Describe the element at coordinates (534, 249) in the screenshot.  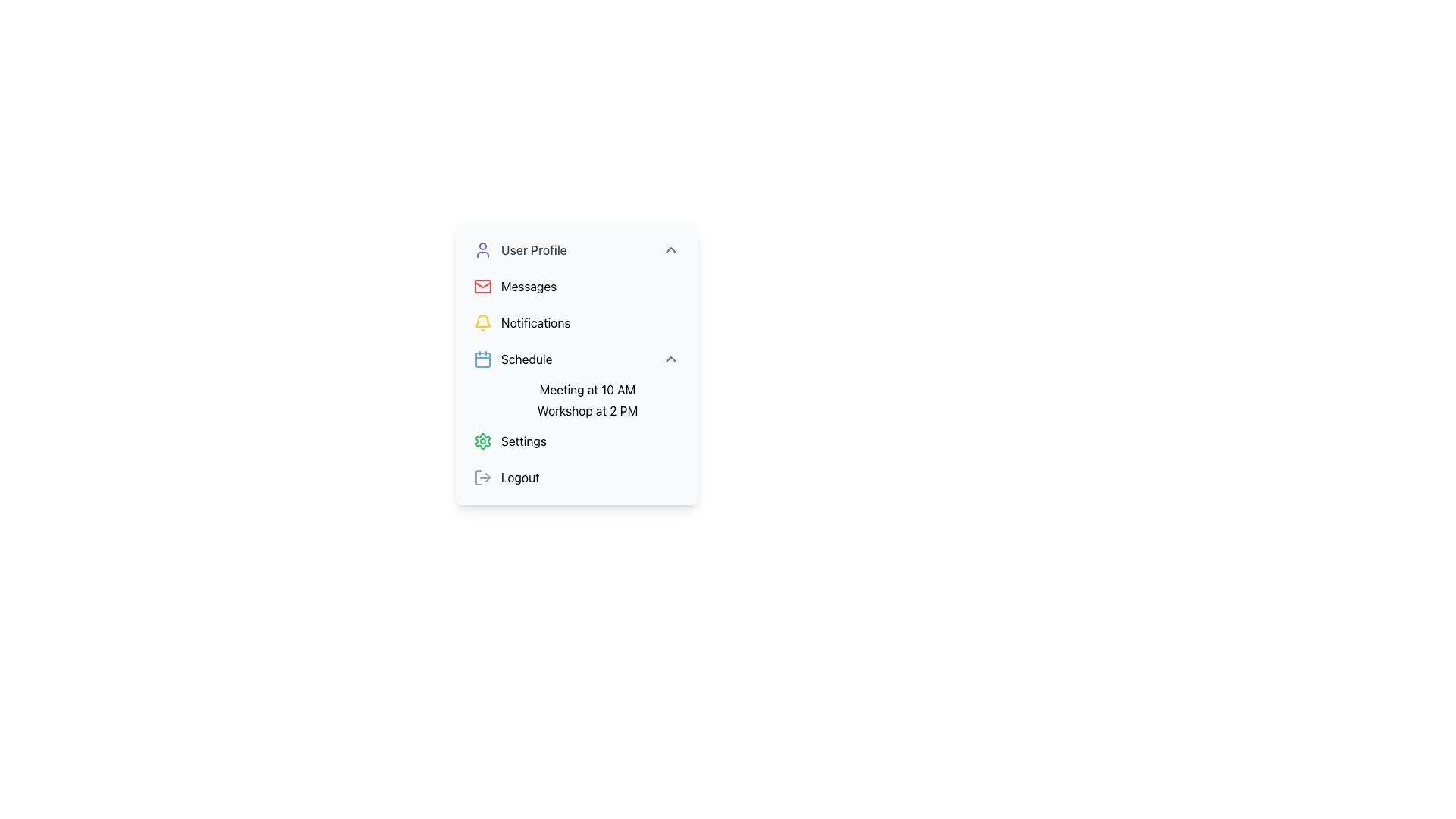
I see `text content of the 'User Profile' label, which is the first entry in the dropdown menu next to the user silhouette icon` at that location.